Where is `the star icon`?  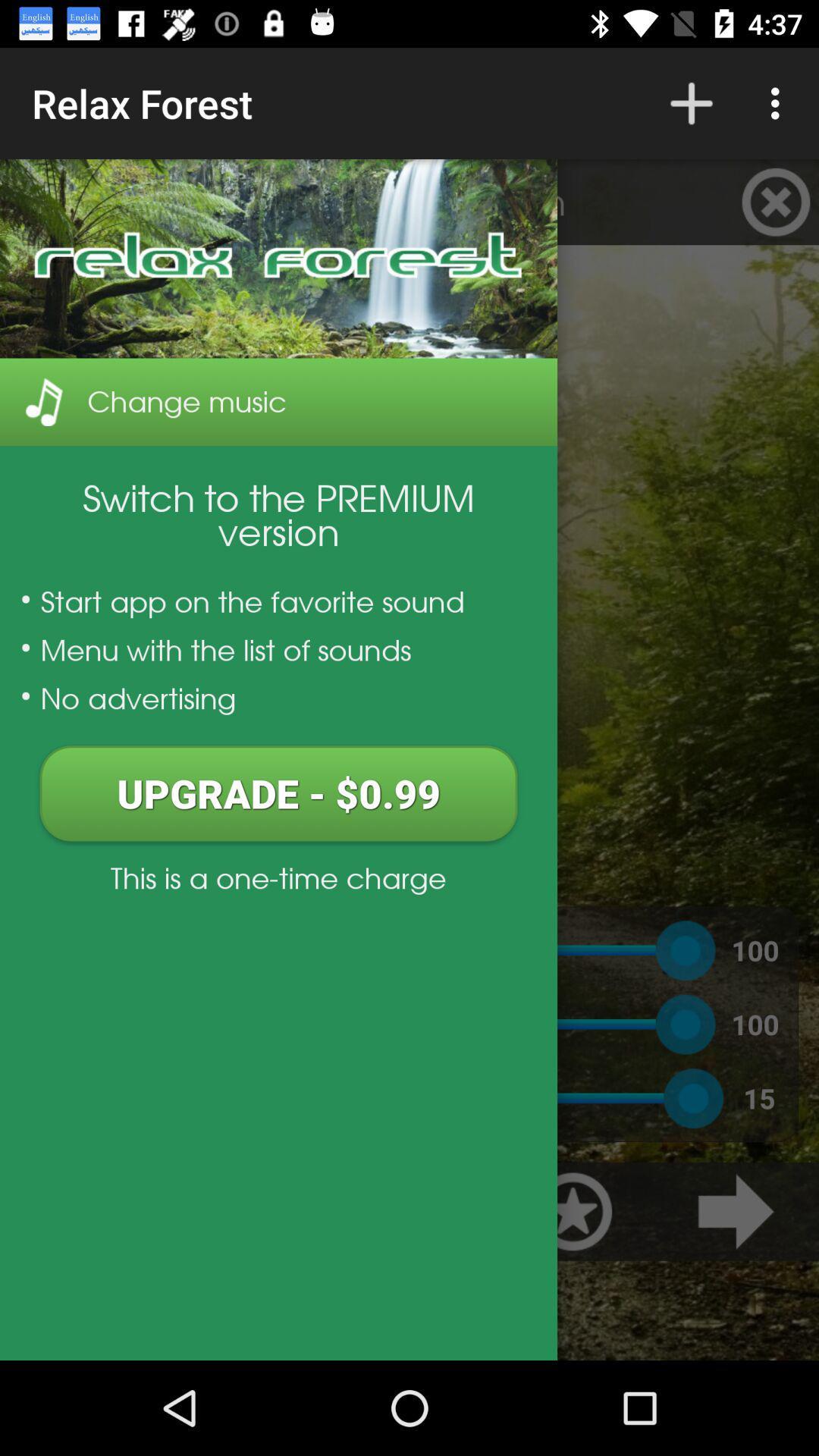
the star icon is located at coordinates (573, 1210).